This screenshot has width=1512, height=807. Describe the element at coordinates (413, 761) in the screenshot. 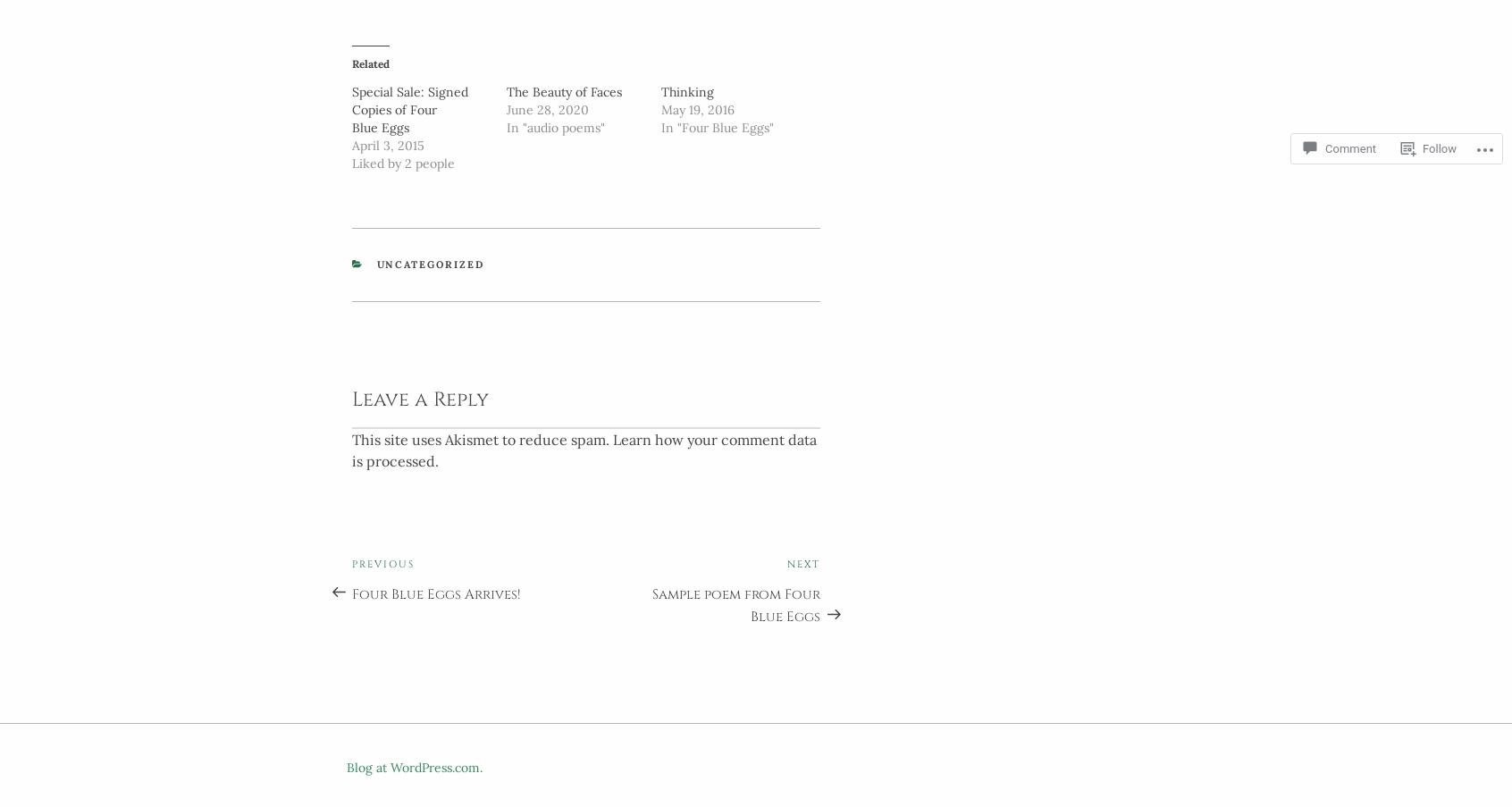

I see `'Blog at WordPress.com.'` at that location.